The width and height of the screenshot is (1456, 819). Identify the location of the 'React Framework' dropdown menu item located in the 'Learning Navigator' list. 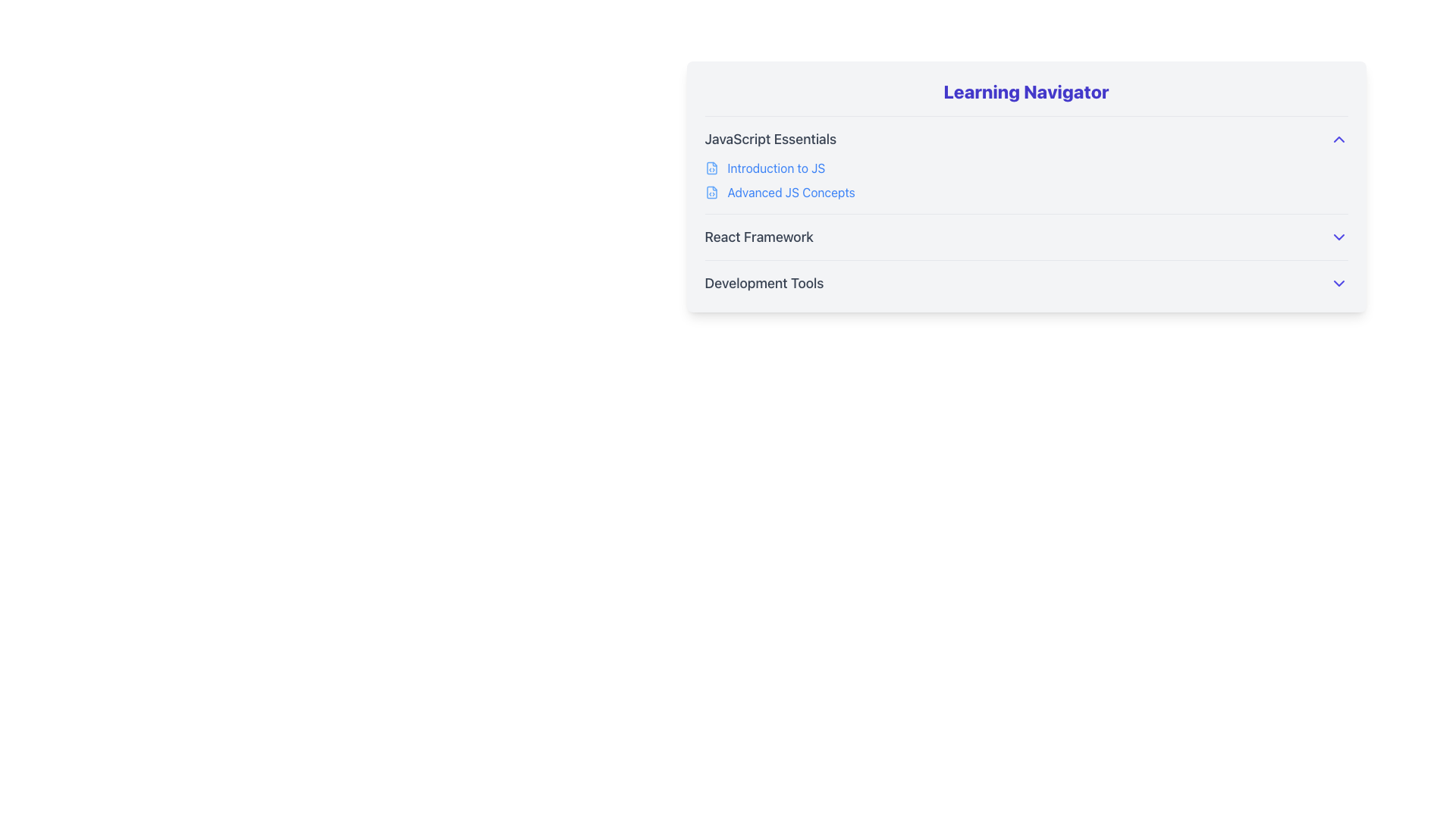
(1026, 231).